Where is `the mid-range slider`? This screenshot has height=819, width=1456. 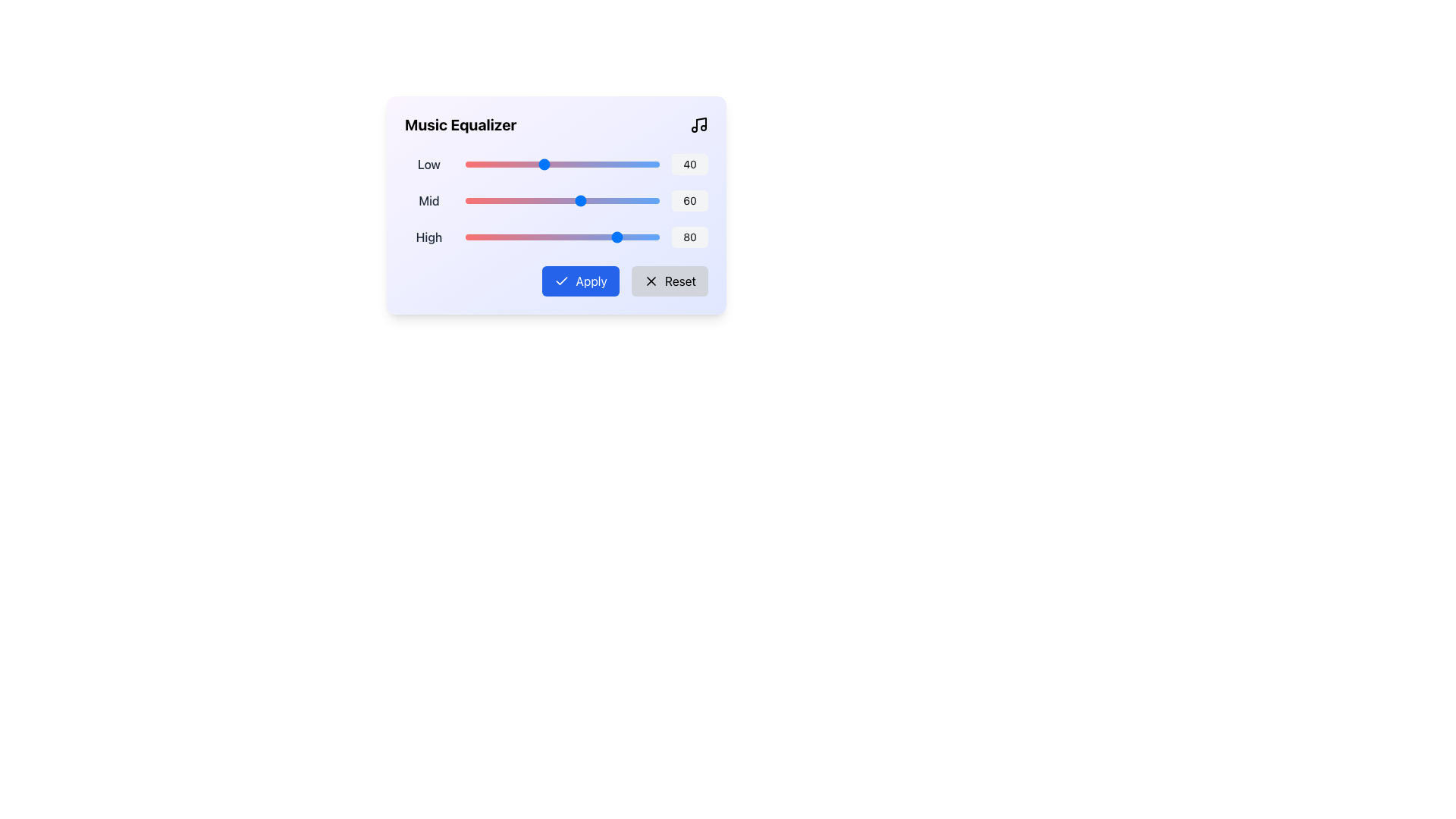 the mid-range slider is located at coordinates (516, 200).